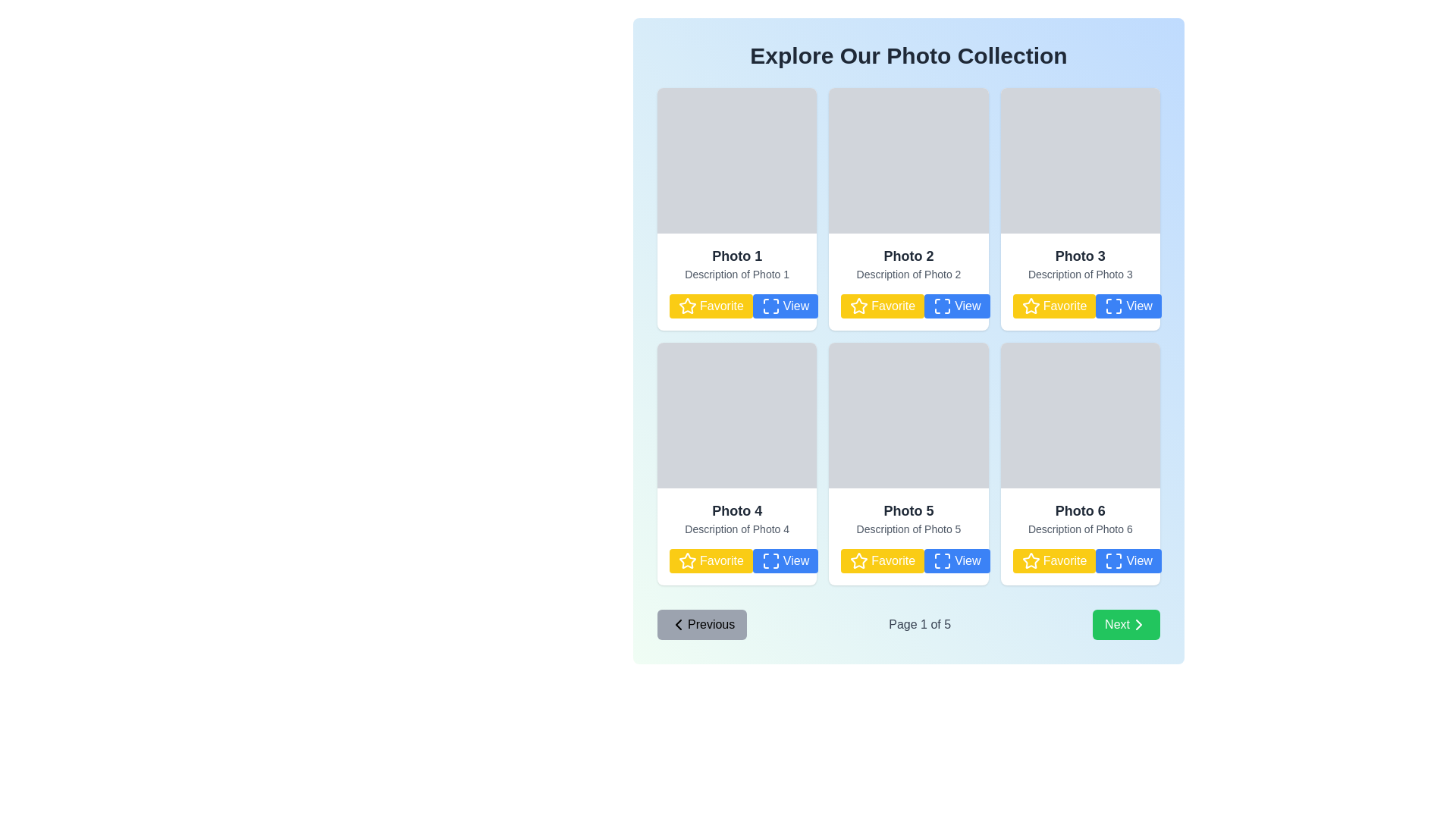  What do you see at coordinates (1053, 306) in the screenshot?
I see `the 'Favorite' button with a bright yellow background and white text in the card layout of 'Photo 3'` at bounding box center [1053, 306].